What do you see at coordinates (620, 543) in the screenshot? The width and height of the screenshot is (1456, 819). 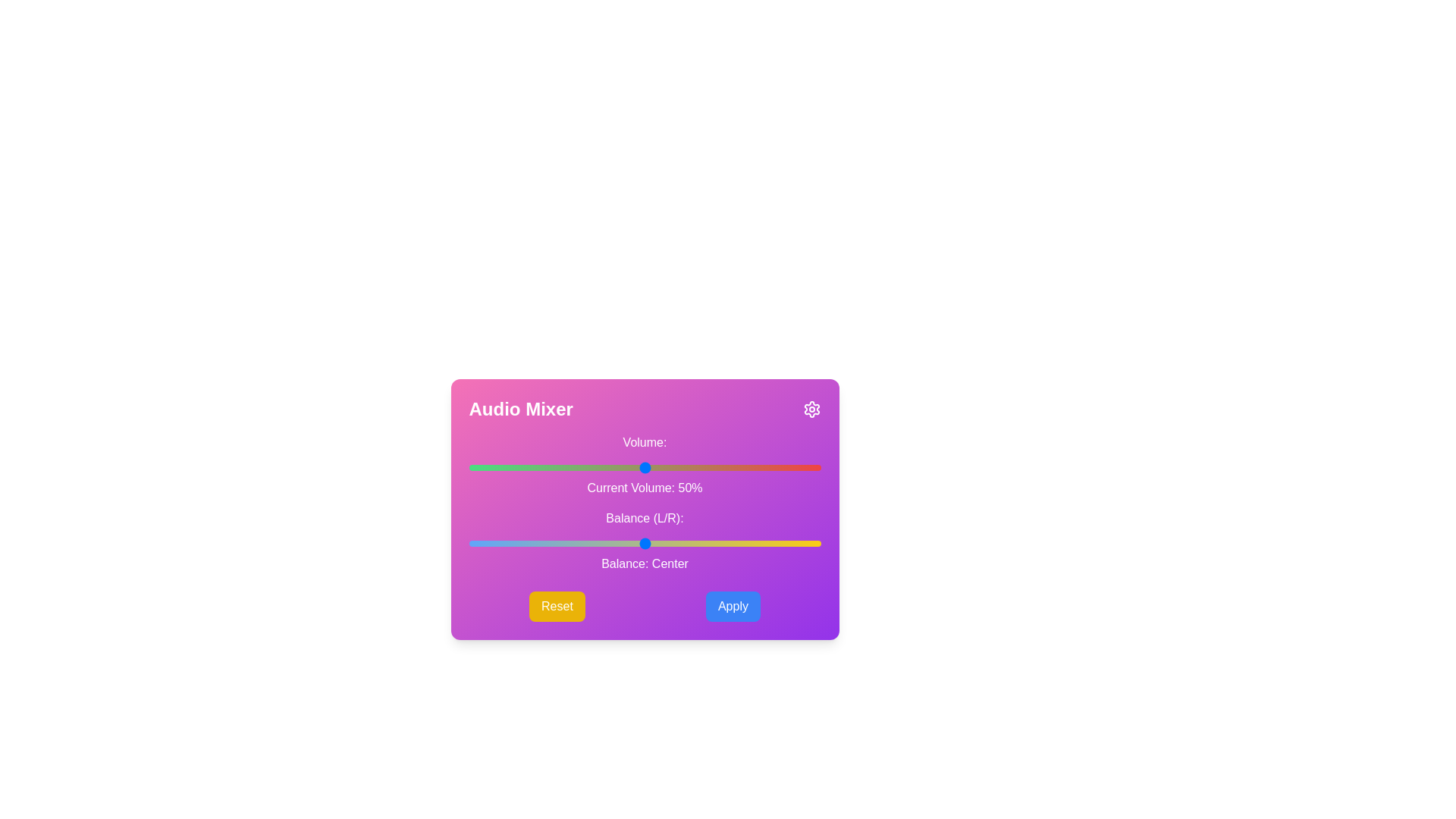 I see `the balance slider to set the balance to -7 where balance is a value between -50 and 50` at bounding box center [620, 543].